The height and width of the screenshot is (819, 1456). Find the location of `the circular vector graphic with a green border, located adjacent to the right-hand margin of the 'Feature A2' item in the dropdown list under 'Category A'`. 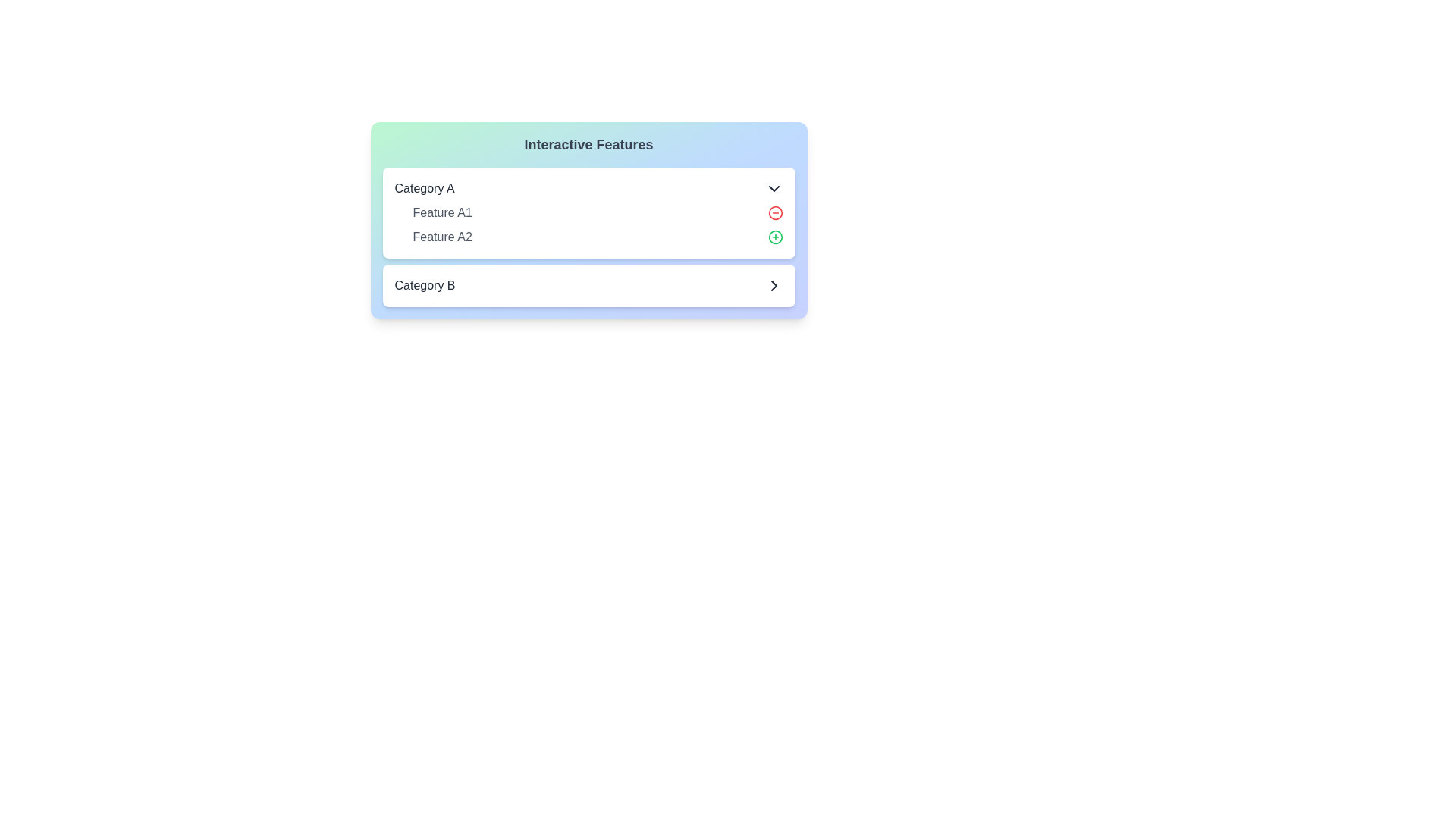

the circular vector graphic with a green border, located adjacent to the right-hand margin of the 'Feature A2' item in the dropdown list under 'Category A' is located at coordinates (775, 237).